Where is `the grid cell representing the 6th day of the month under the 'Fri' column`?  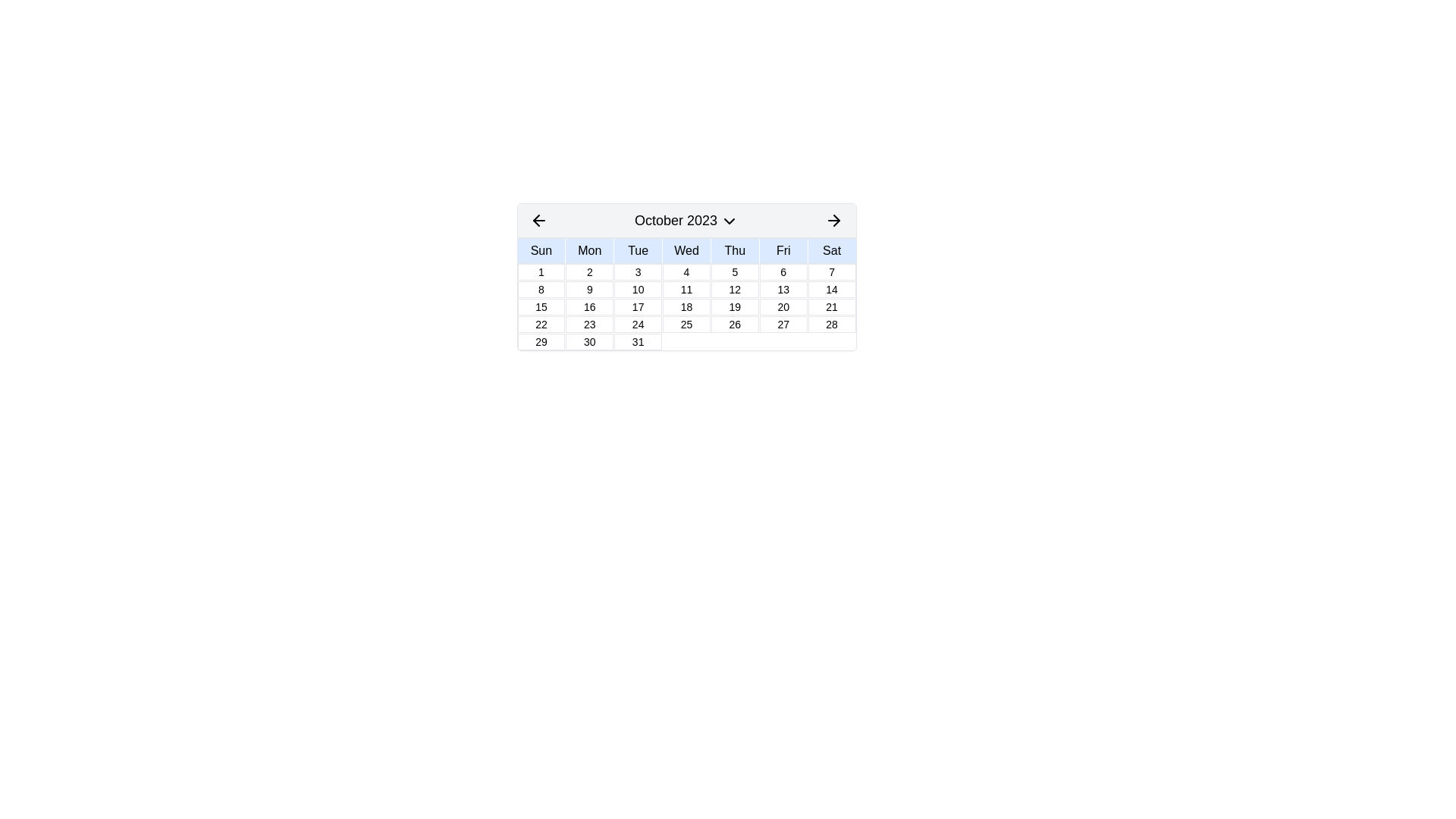
the grid cell representing the 6th day of the month under the 'Fri' column is located at coordinates (783, 271).